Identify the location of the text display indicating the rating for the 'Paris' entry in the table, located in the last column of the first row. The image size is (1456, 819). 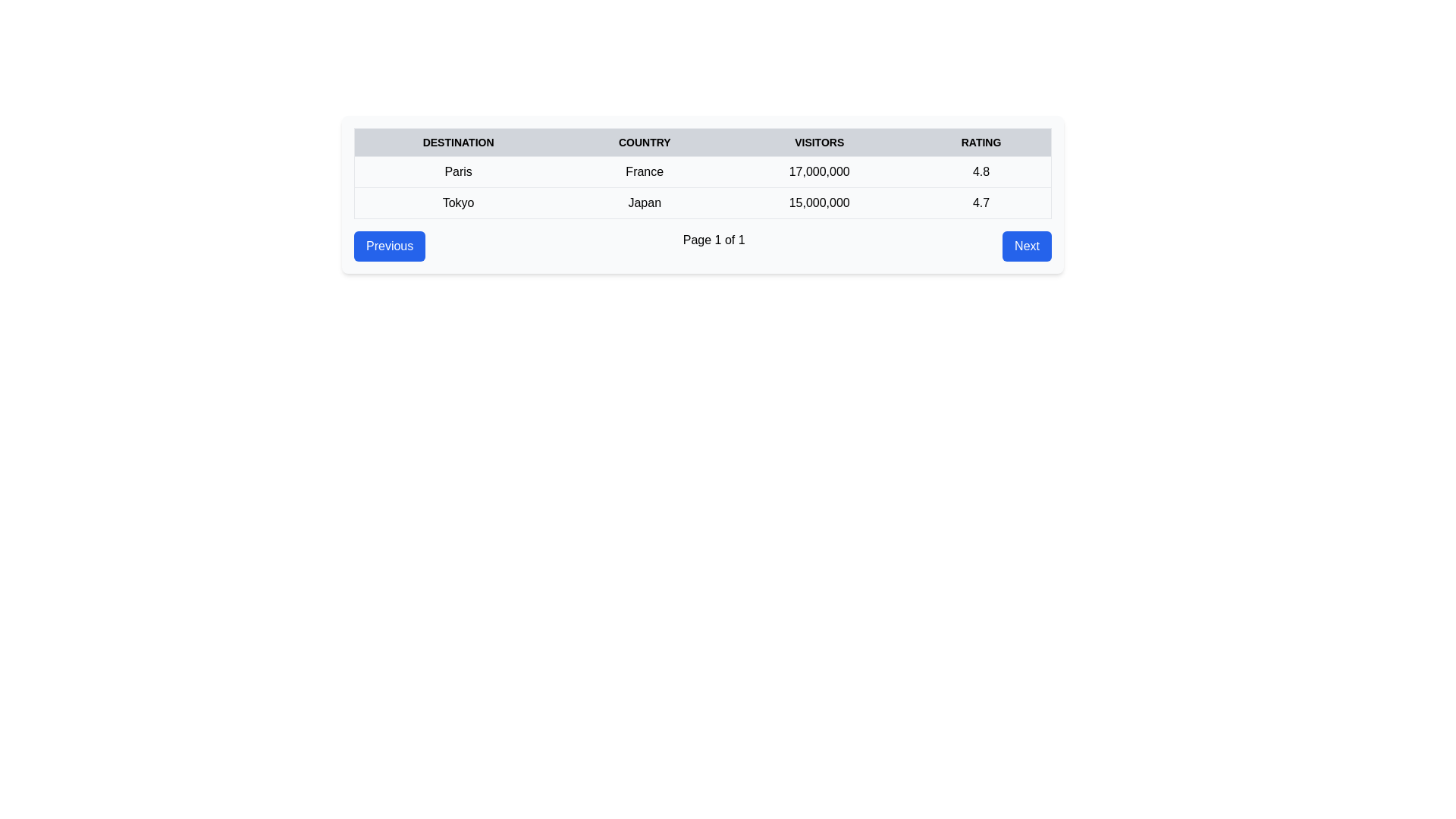
(981, 171).